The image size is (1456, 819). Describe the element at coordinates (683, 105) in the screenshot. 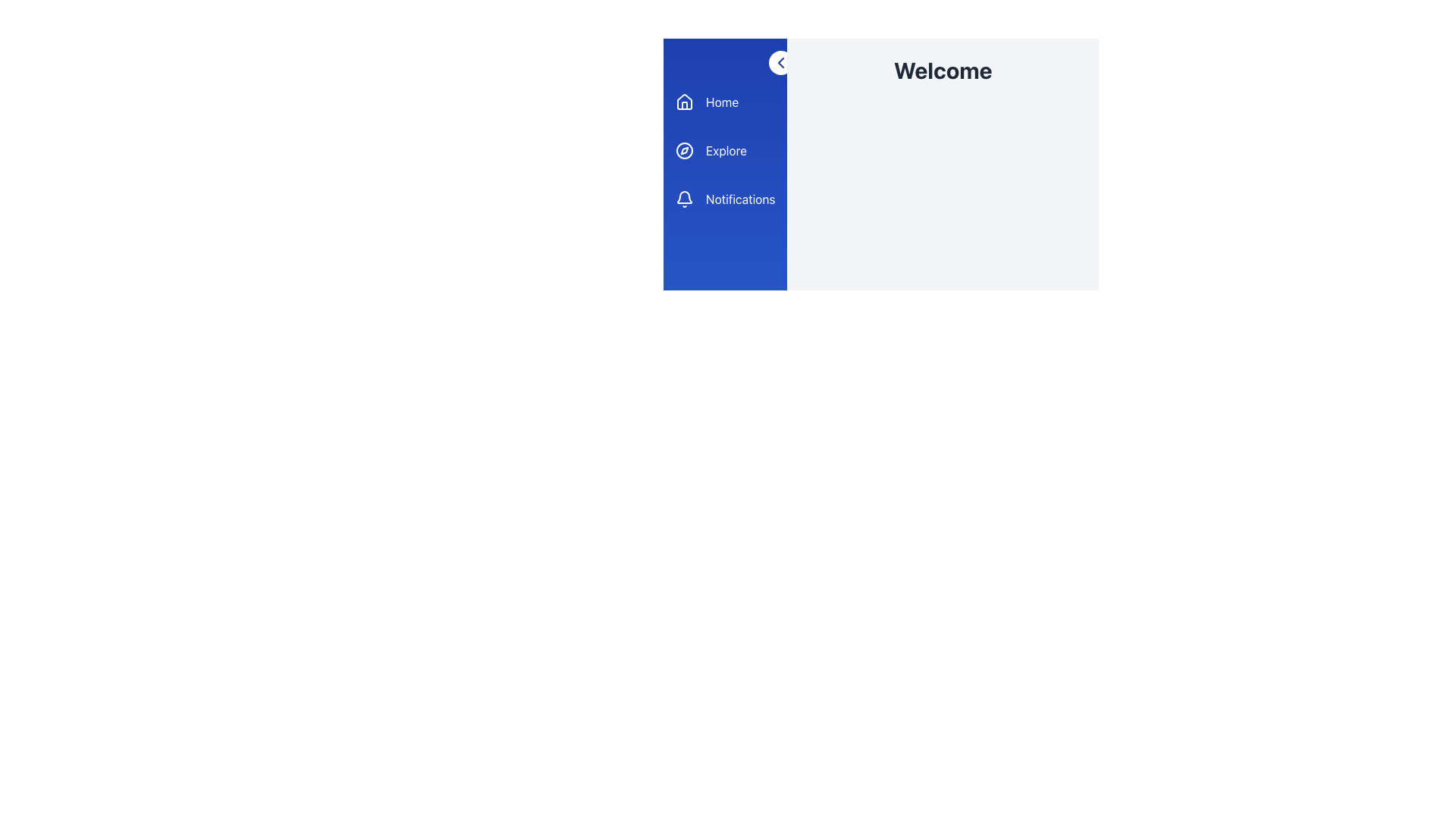

I see `the vertical rectangular segment within the house icon located near the top of the sidebar, which is styled with white outlines against a blue background` at that location.